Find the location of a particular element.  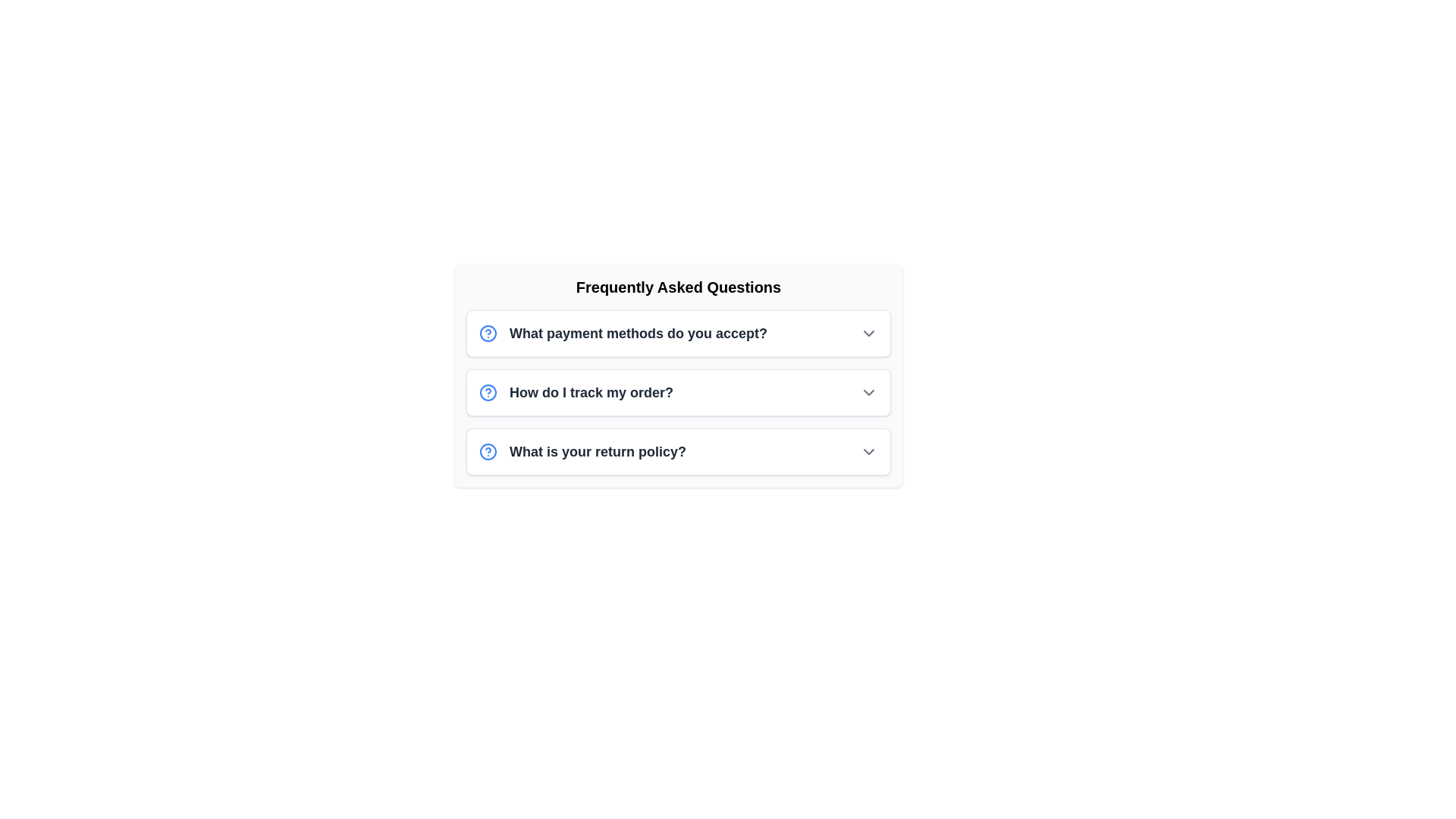

the last item in the FAQ section that expands or collapses additional information about return policies is located at coordinates (582, 451).